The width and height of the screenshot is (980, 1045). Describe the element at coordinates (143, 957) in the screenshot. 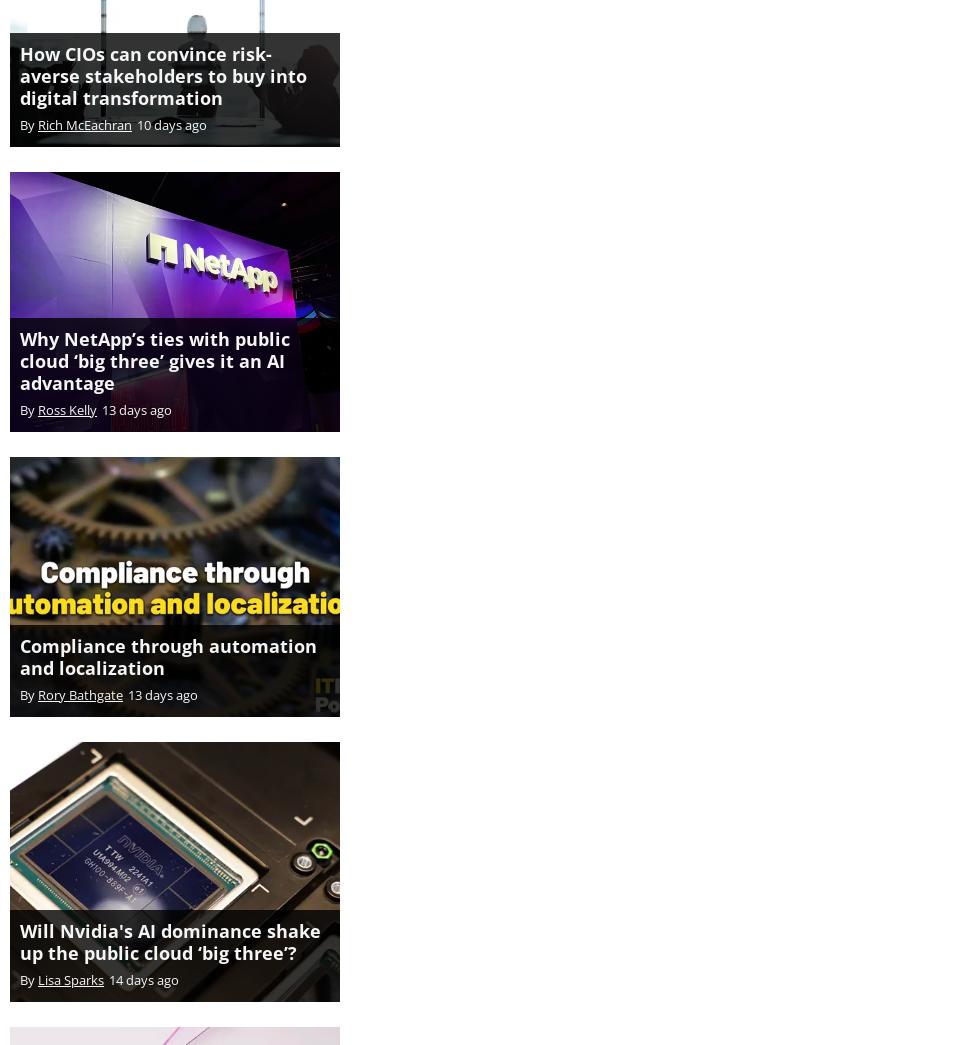

I see `'14 days ago'` at that location.